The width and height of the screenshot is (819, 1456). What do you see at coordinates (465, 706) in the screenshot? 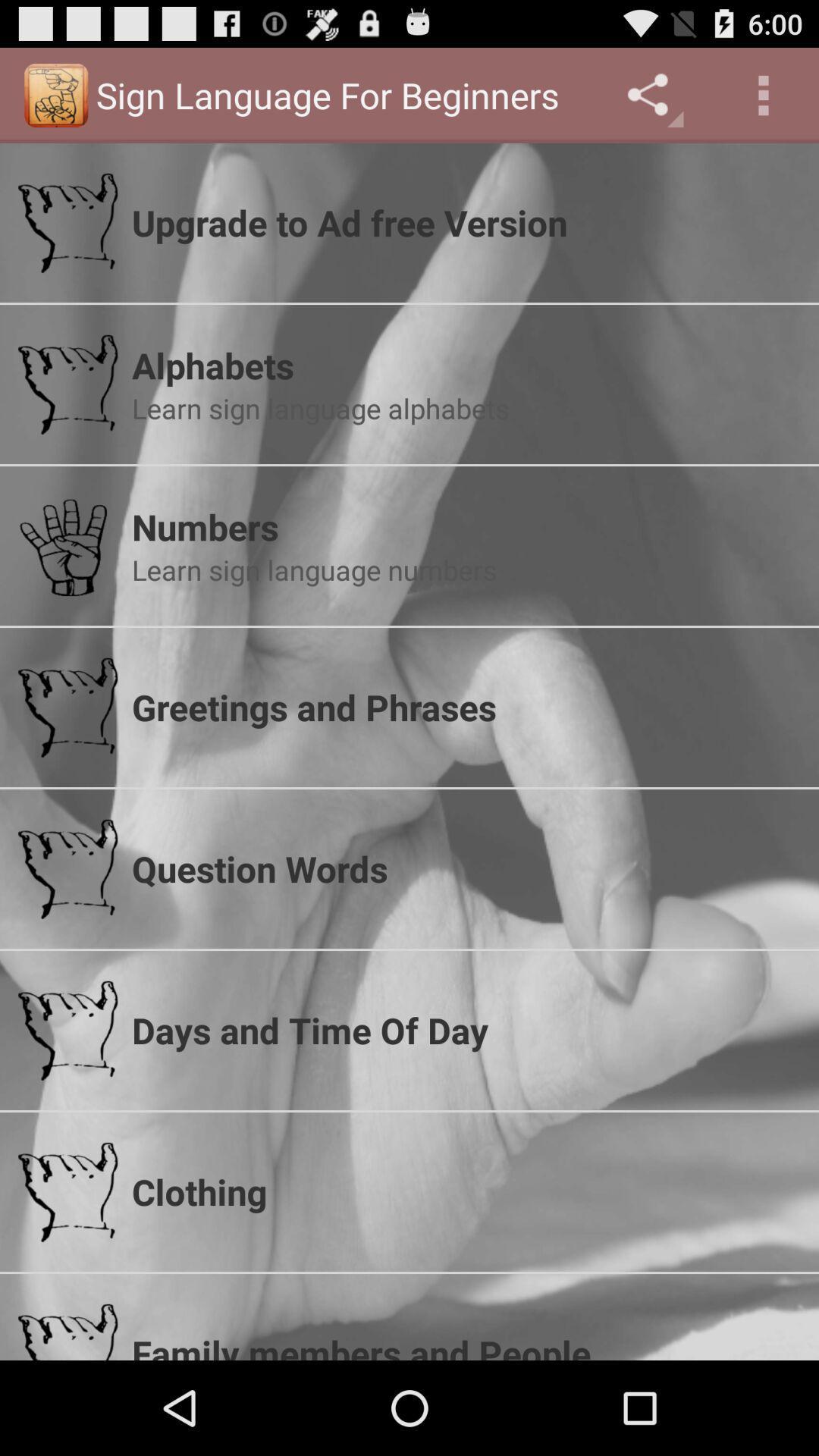
I see `the item below learn sign language item` at bounding box center [465, 706].